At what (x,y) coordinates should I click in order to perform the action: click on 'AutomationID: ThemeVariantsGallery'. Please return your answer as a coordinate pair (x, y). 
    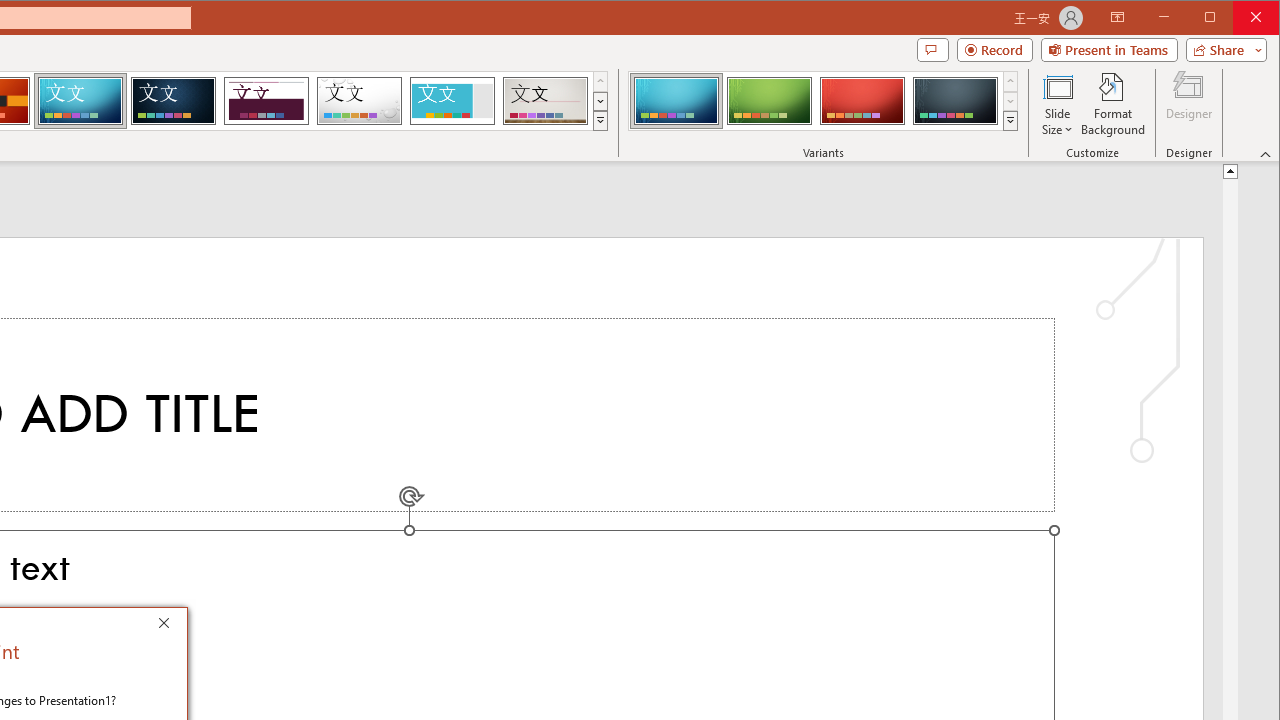
    Looking at the image, I should click on (824, 101).